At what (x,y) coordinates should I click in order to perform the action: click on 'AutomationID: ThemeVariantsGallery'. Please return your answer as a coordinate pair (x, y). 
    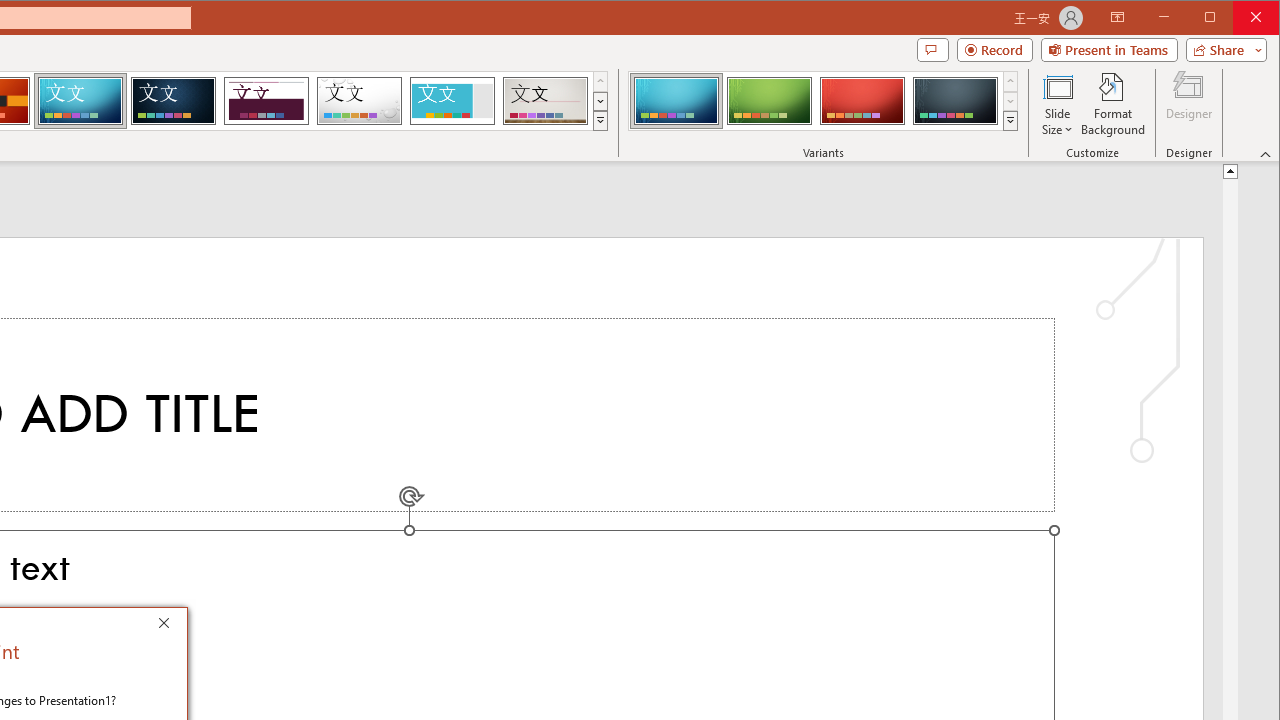
    Looking at the image, I should click on (824, 101).